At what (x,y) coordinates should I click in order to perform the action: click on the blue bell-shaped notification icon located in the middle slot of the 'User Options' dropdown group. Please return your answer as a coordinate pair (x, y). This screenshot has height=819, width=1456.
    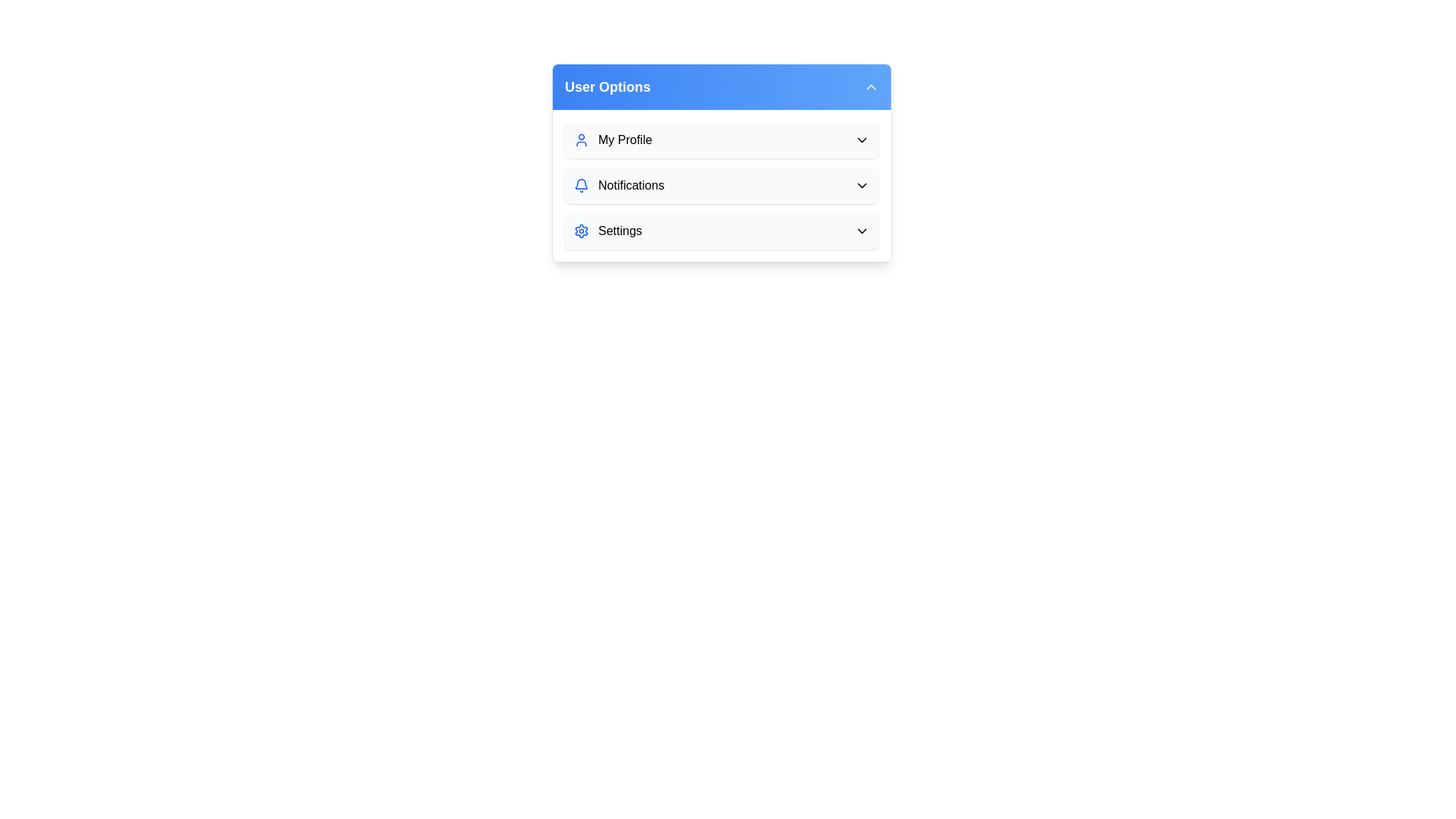
    Looking at the image, I should click on (581, 183).